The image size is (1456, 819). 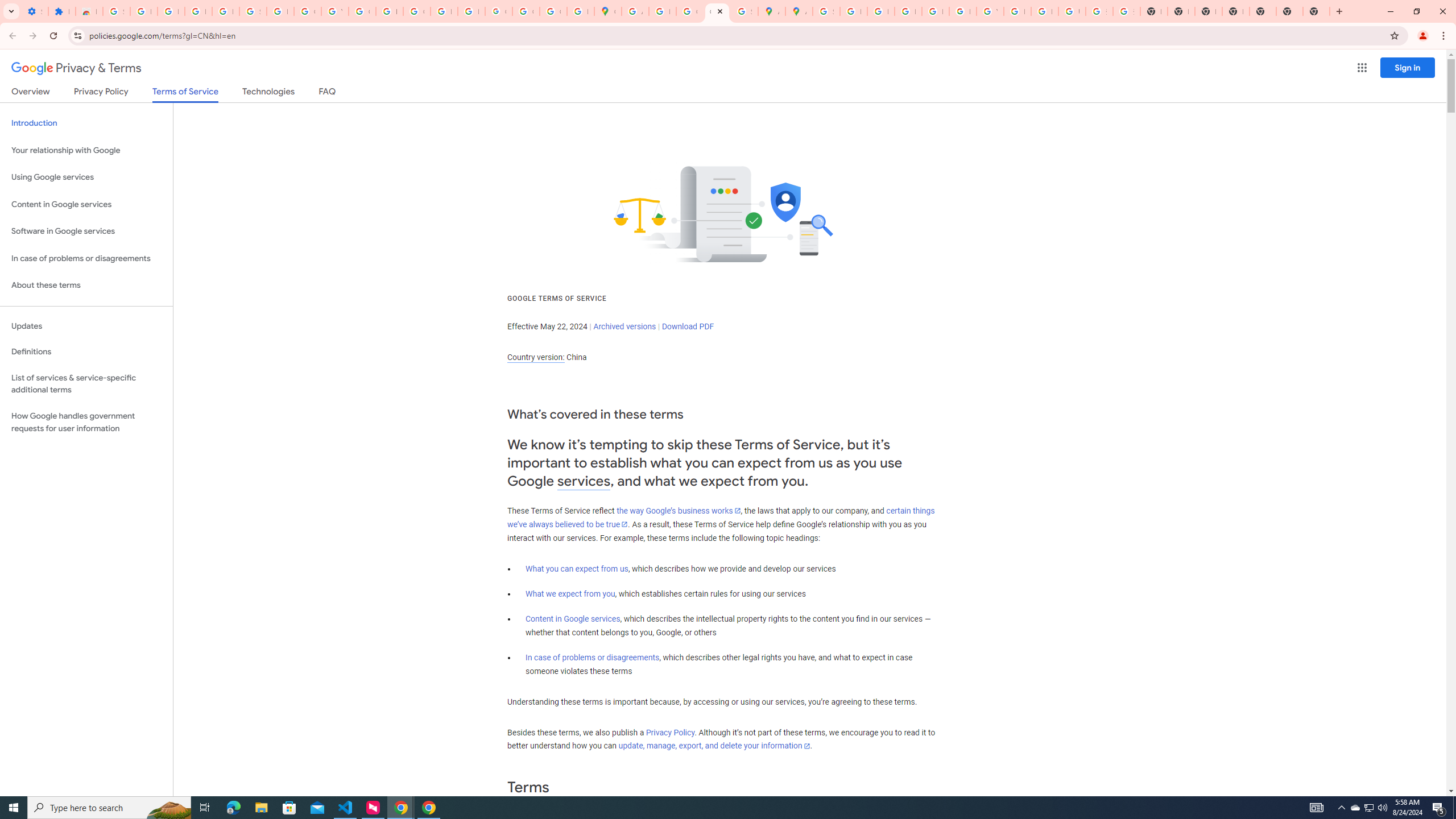 What do you see at coordinates (714, 745) in the screenshot?
I see `'update, manage, export, and delete your information'` at bounding box center [714, 745].